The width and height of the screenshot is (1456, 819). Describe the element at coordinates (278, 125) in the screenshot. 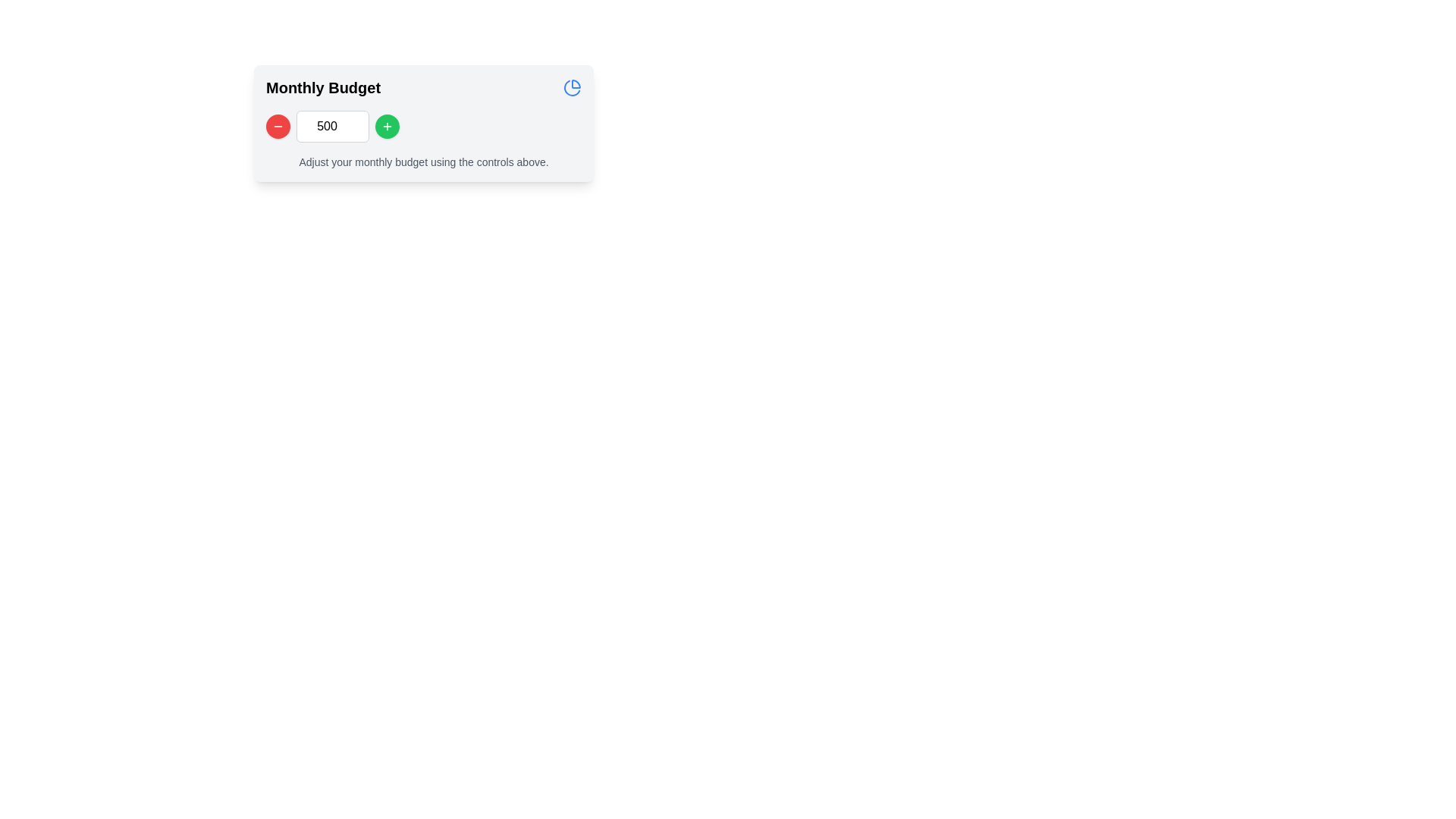

I see `the circular red button with a minus symbol` at that location.